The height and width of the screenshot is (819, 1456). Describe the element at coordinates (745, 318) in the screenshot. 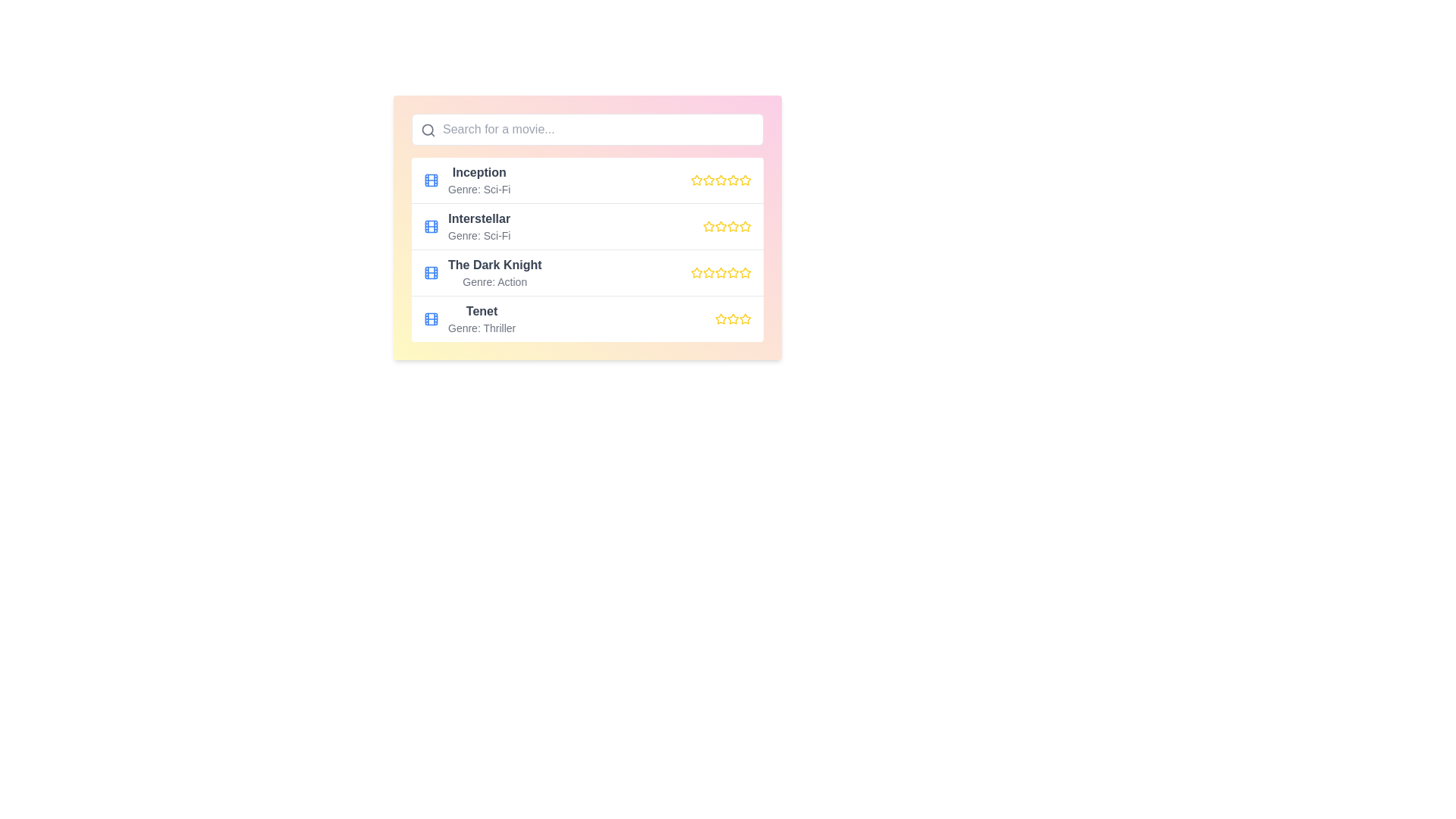

I see `the fifth star icon in the rating section for the movie 'Tenet'` at that location.